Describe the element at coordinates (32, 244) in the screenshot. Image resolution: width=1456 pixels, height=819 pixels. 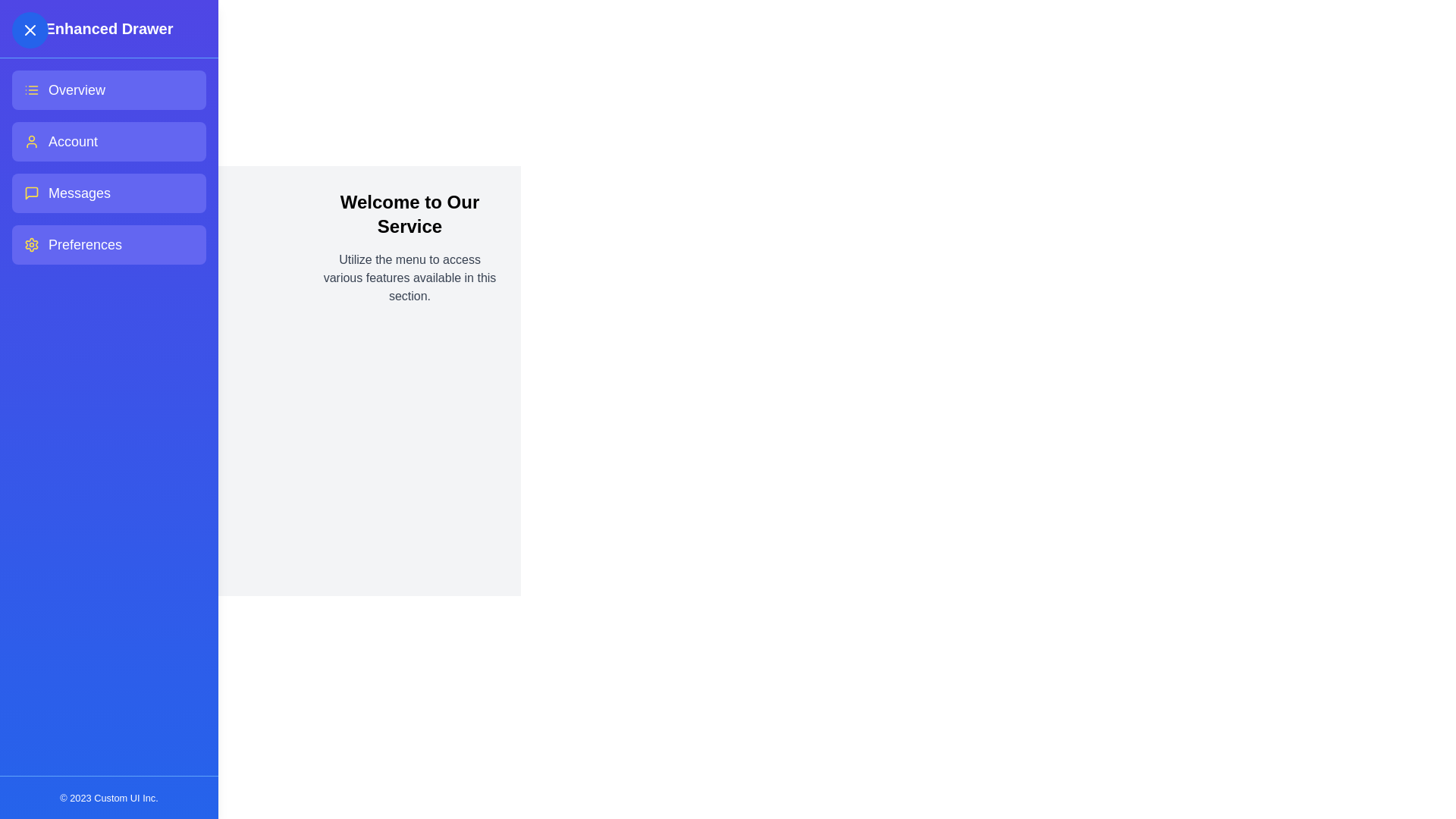
I see `the yellow cogwheel icon located in the Preferences menu` at that location.